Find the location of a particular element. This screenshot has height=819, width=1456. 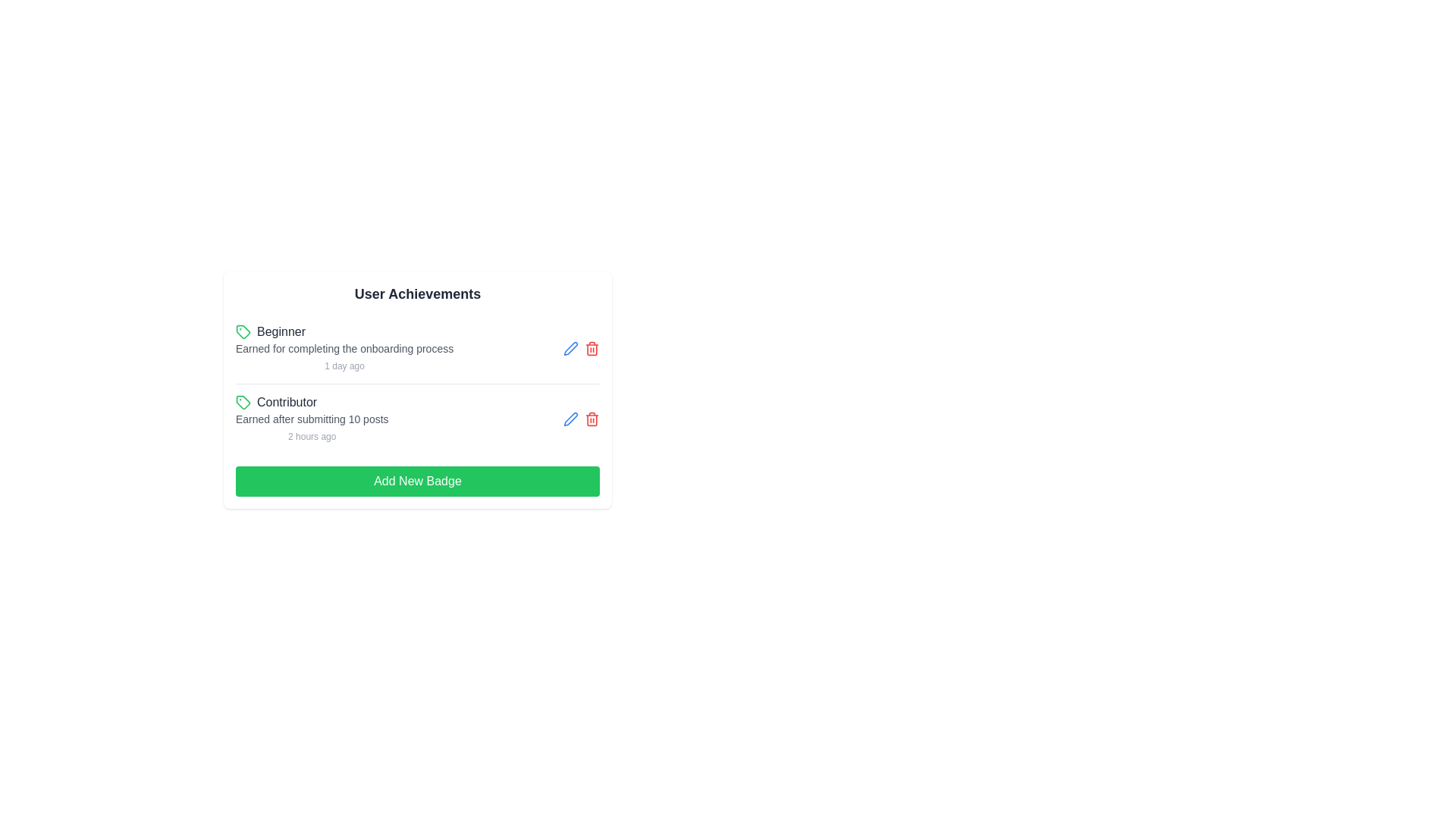

the 'Beginner' text label, which is styled in gray with medium font weight and located in the 'User Achievements' section, adjacent to a green tag icon is located at coordinates (281, 331).